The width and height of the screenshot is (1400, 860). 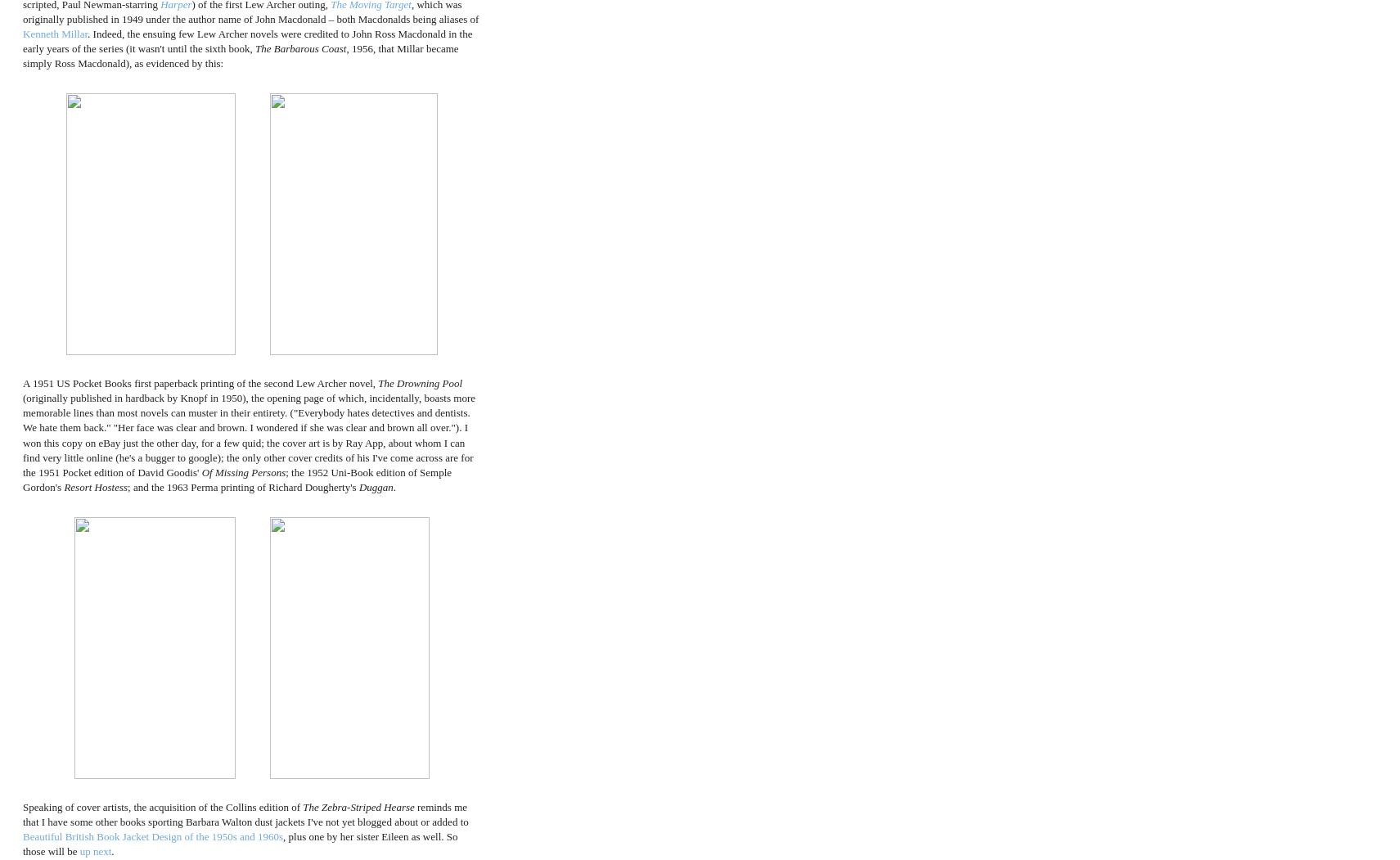 What do you see at coordinates (247, 40) in the screenshot?
I see `'. Indeed, the ensuing few Lew Archer novels were credited to John Ross Macdonald in the early years of the series (it wasn't until the sixth book,'` at bounding box center [247, 40].